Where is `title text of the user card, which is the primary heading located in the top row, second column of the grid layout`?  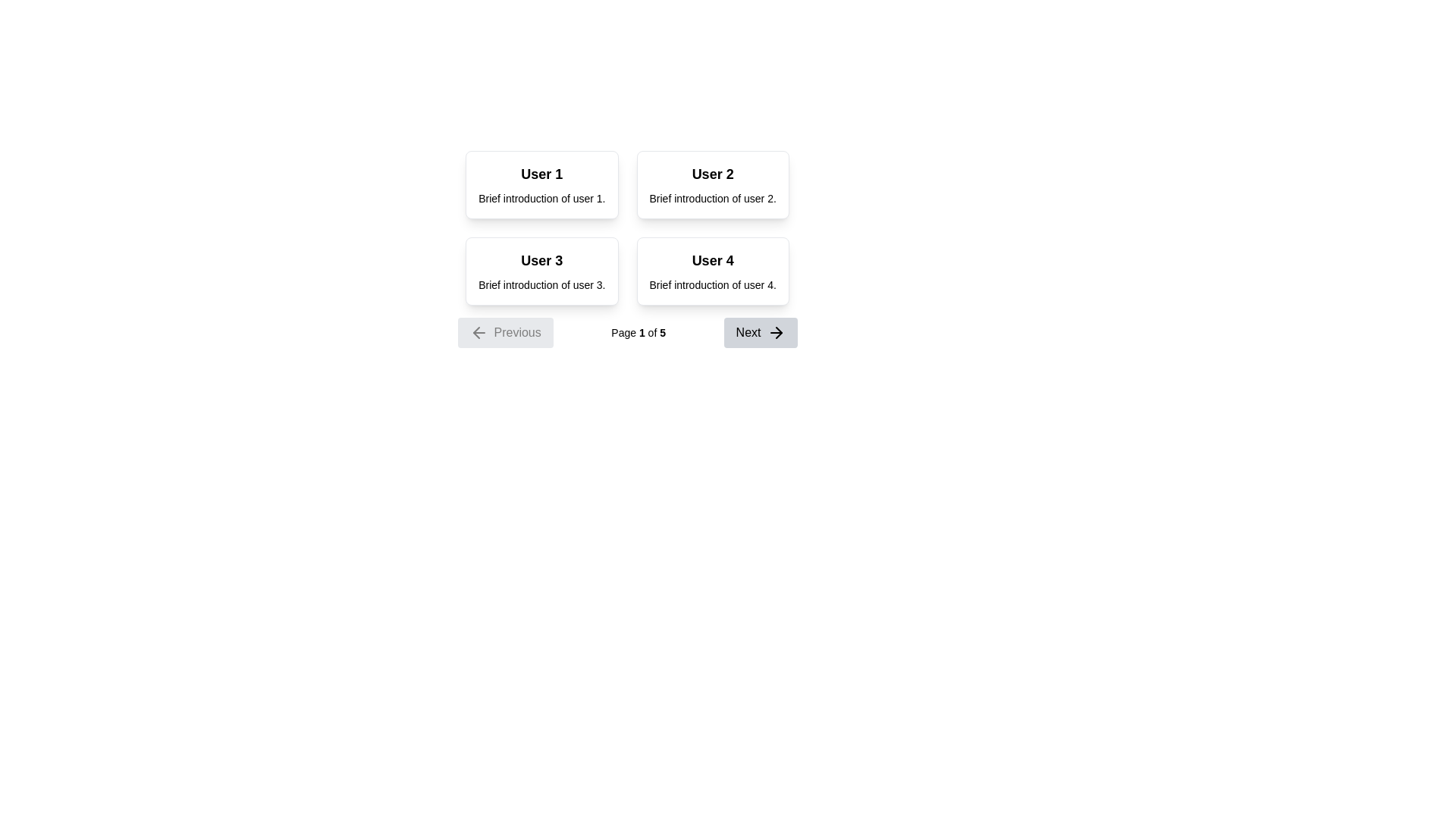 title text of the user card, which is the primary heading located in the top row, second column of the grid layout is located at coordinates (712, 174).